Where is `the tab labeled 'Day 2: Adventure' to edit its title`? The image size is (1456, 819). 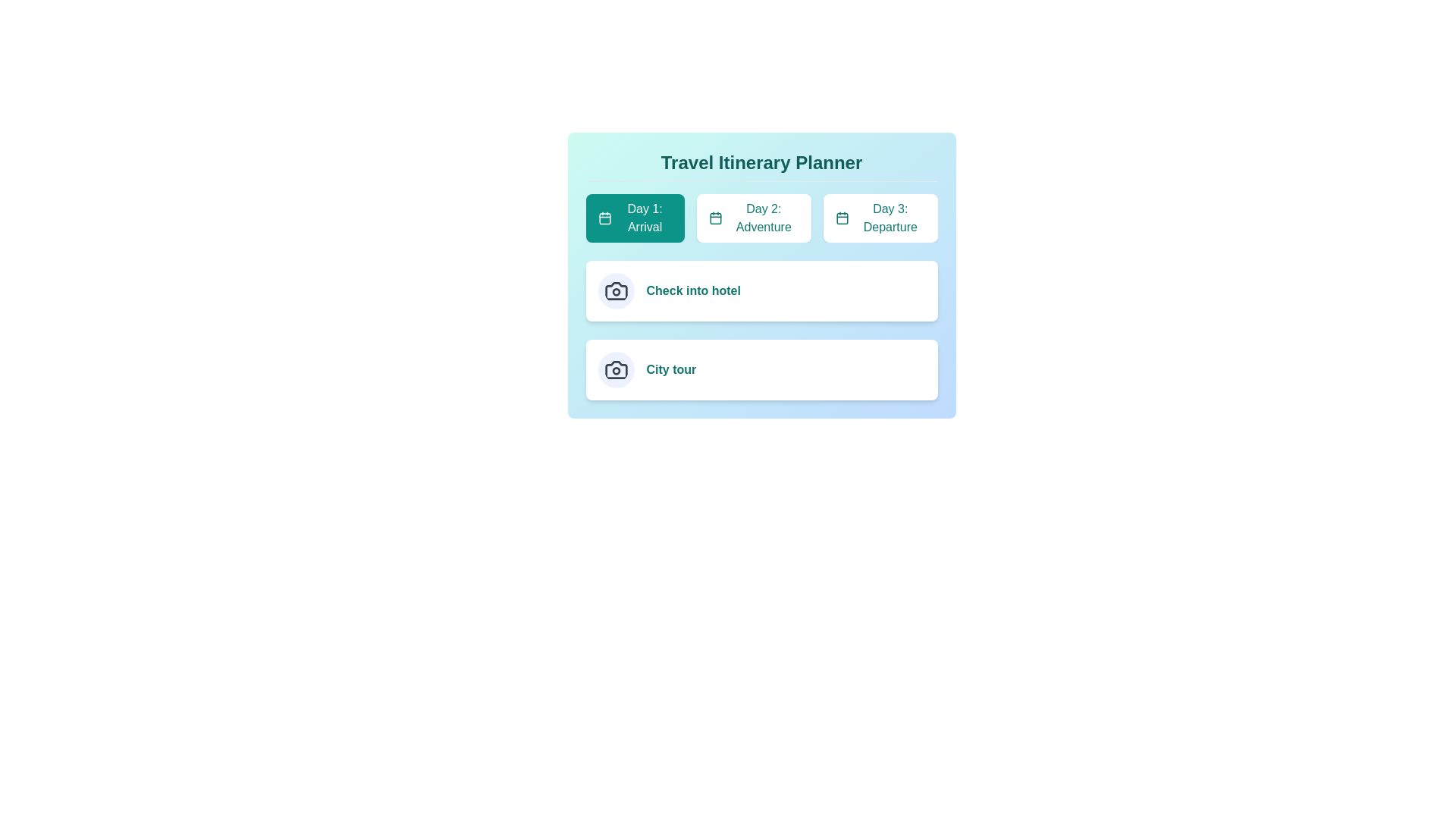
the tab labeled 'Day 2: Adventure' to edit its title is located at coordinates (754, 218).